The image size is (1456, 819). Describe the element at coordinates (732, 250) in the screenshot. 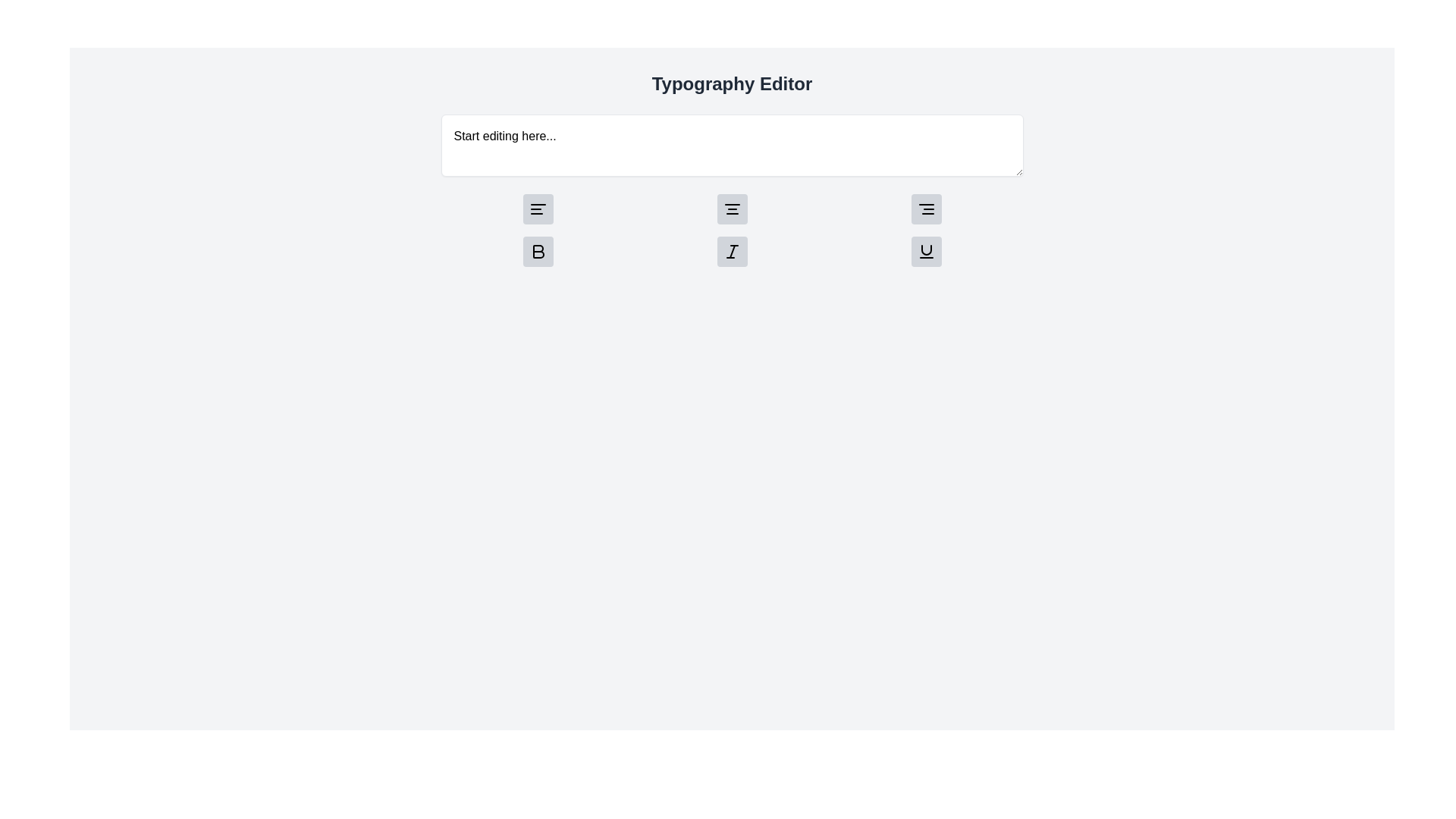

I see `the 'Italic' icon, represented by a stylized letter 'I' tilted to the right` at that location.